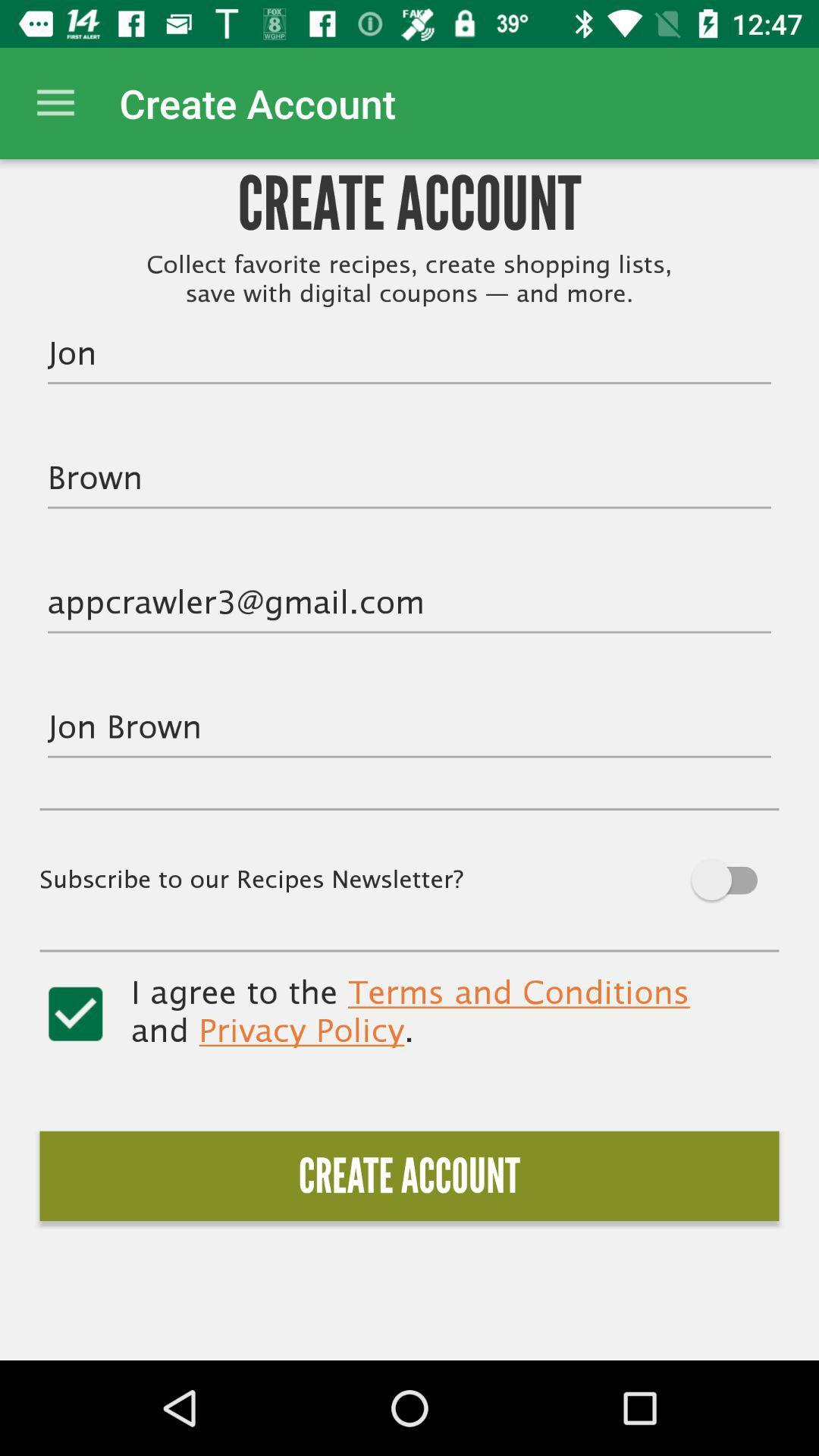  I want to click on subscribe to newsletter, so click(699, 880).